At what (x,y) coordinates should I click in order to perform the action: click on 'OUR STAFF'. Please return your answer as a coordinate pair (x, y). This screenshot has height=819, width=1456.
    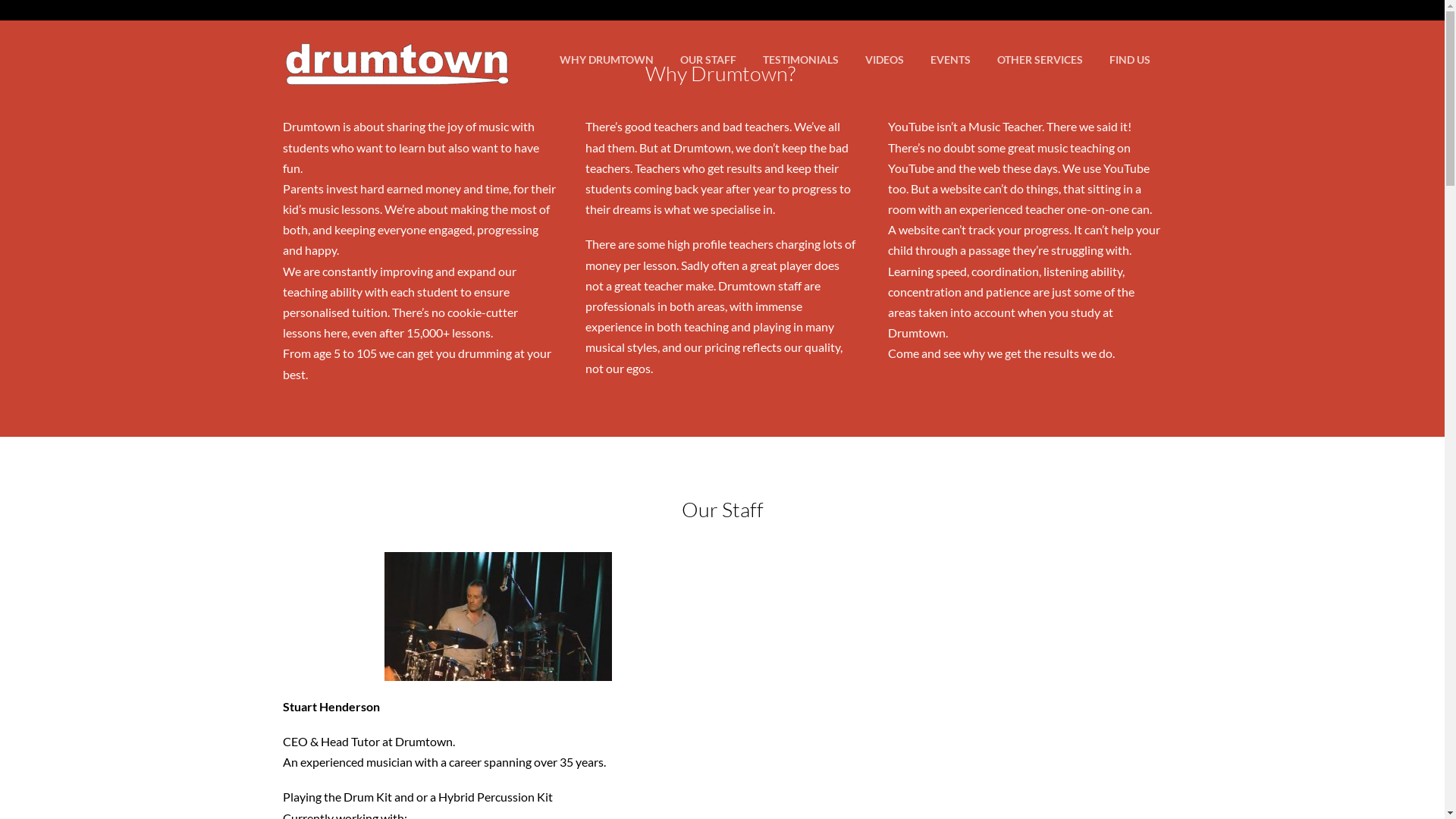
    Looking at the image, I should click on (706, 59).